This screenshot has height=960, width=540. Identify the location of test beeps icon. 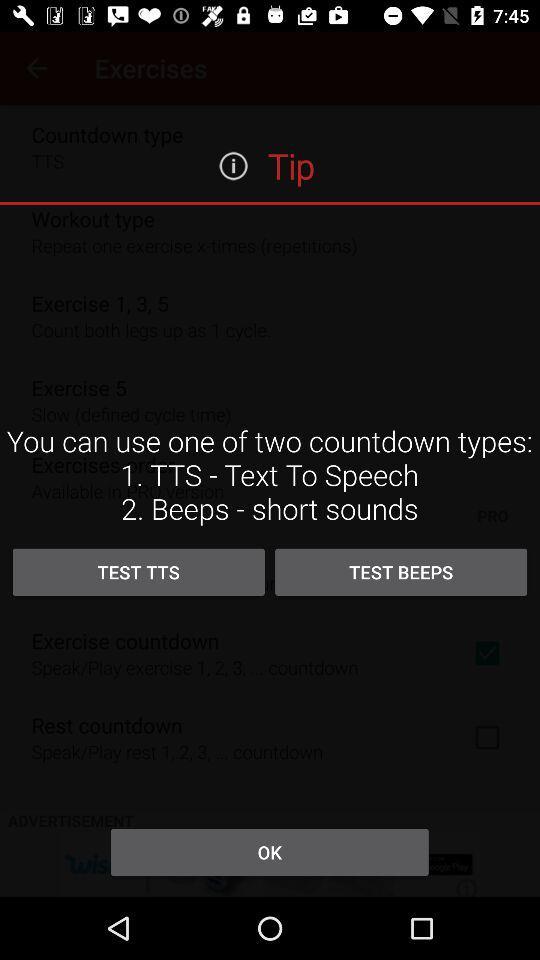
(401, 572).